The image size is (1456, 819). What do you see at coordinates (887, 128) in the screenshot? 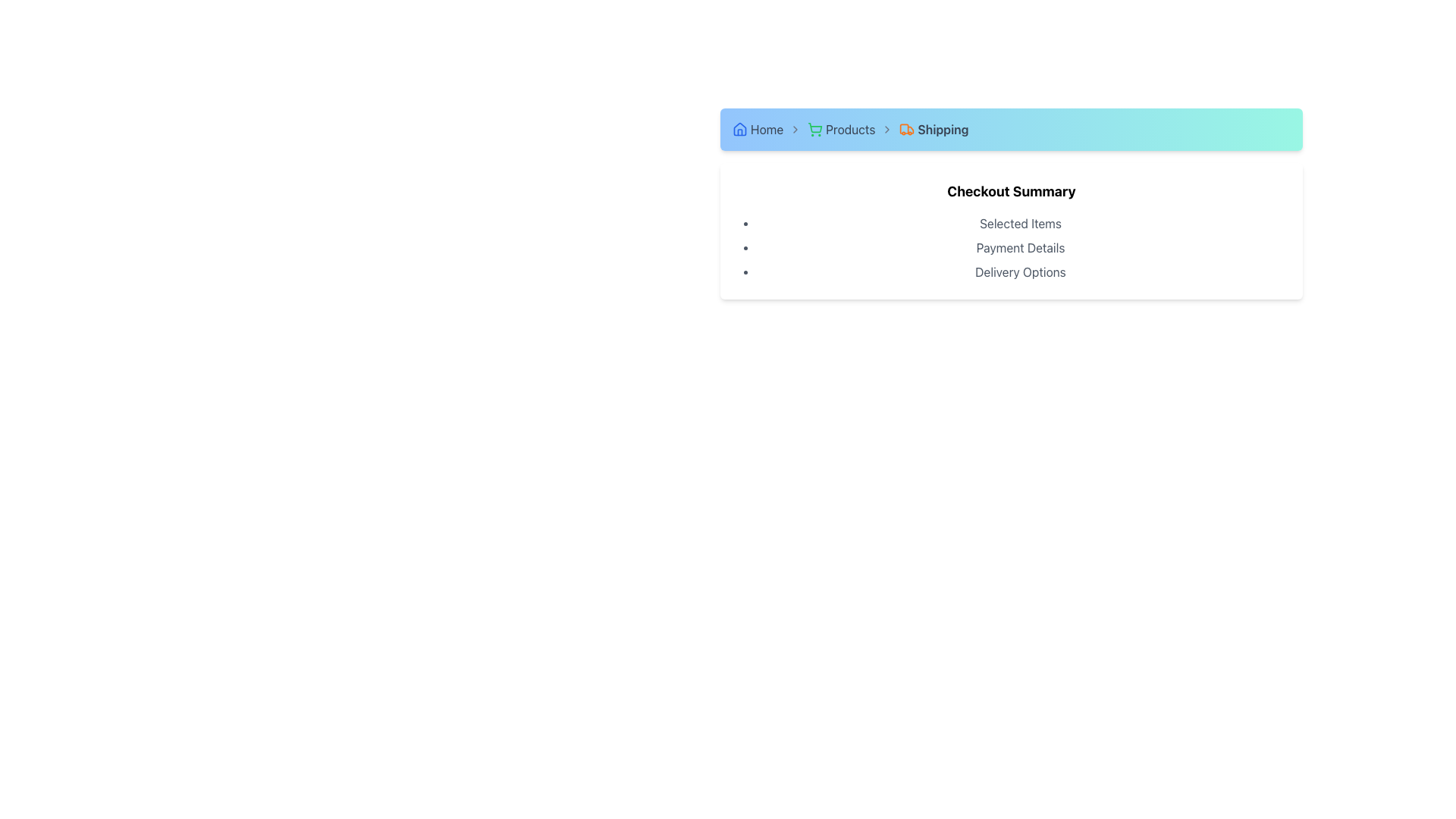
I see `the right-facing chevron icon in the breadcrumb navigation bar, which is styled with a thin stroke and rounded edges, located between 'Products' and 'Shipping'` at bounding box center [887, 128].